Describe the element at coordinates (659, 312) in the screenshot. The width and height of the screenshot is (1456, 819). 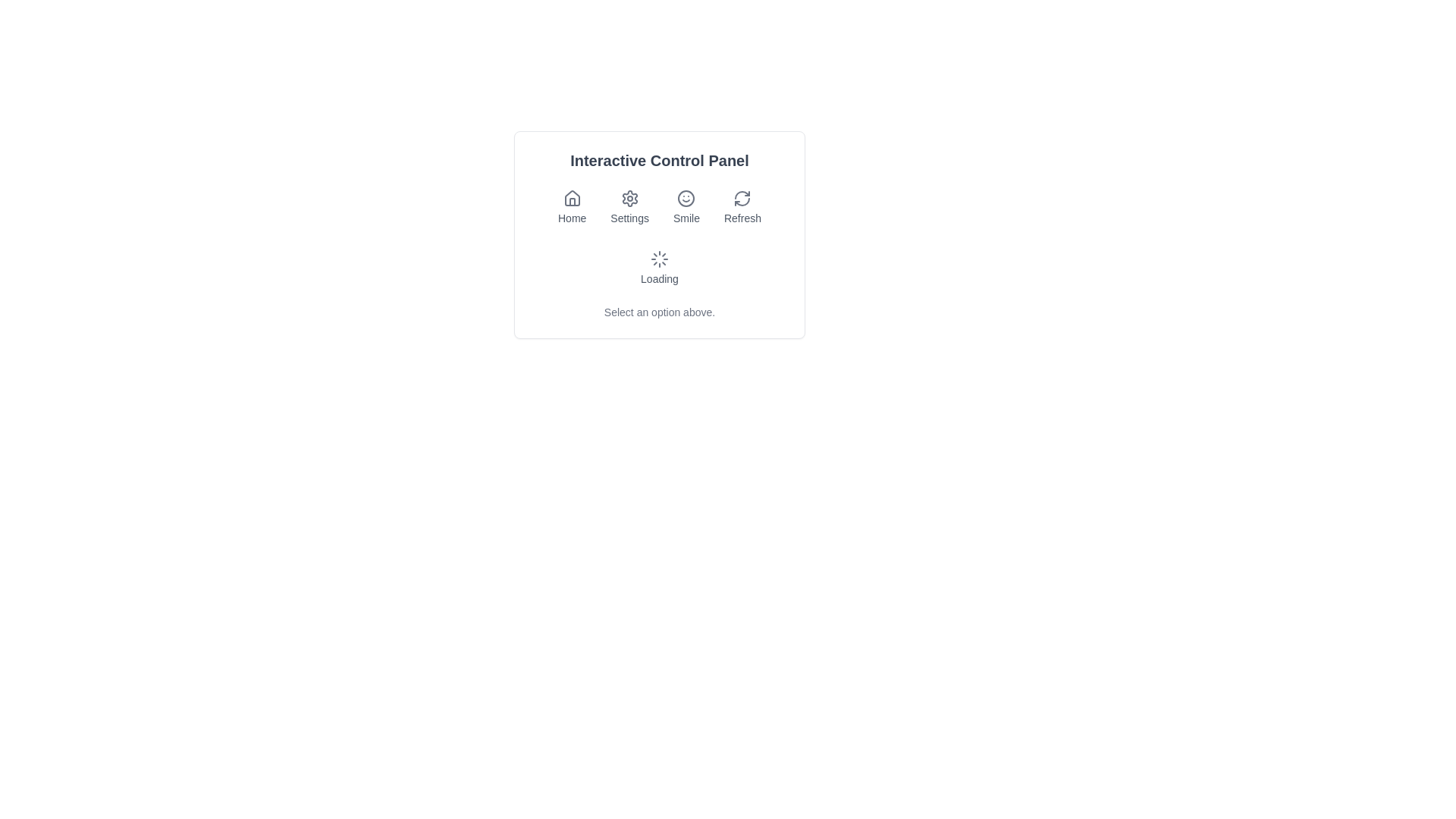
I see `the static text that serves as an instruction or prompt, located directly below the 'Loading' label in the interactive control panel, centered horizontally within the panel` at that location.